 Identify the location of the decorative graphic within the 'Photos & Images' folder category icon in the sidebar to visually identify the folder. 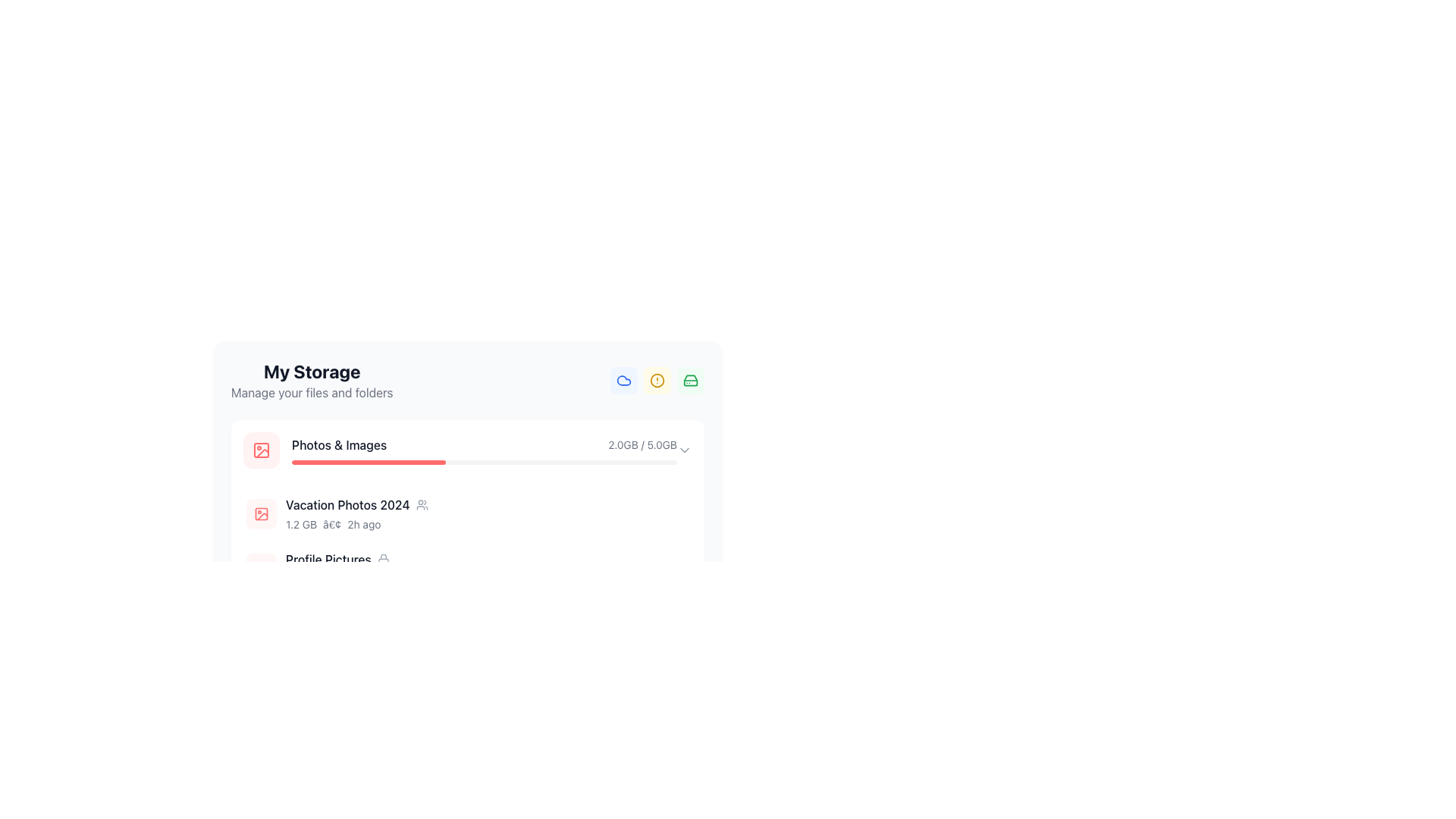
(262, 450).